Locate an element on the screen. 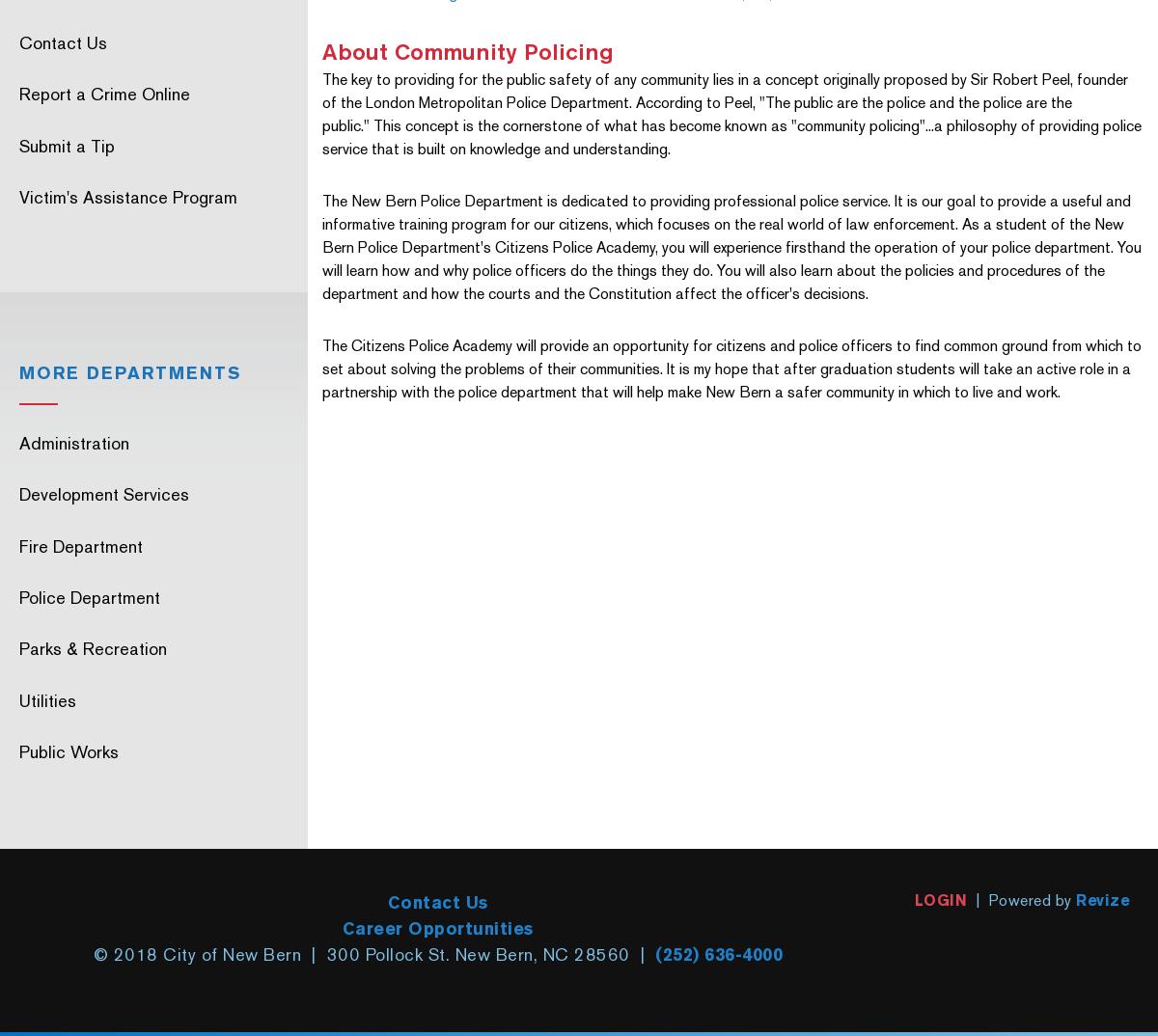 Image resolution: width=1158 pixels, height=1036 pixels. 'Police Department' is located at coordinates (90, 597).